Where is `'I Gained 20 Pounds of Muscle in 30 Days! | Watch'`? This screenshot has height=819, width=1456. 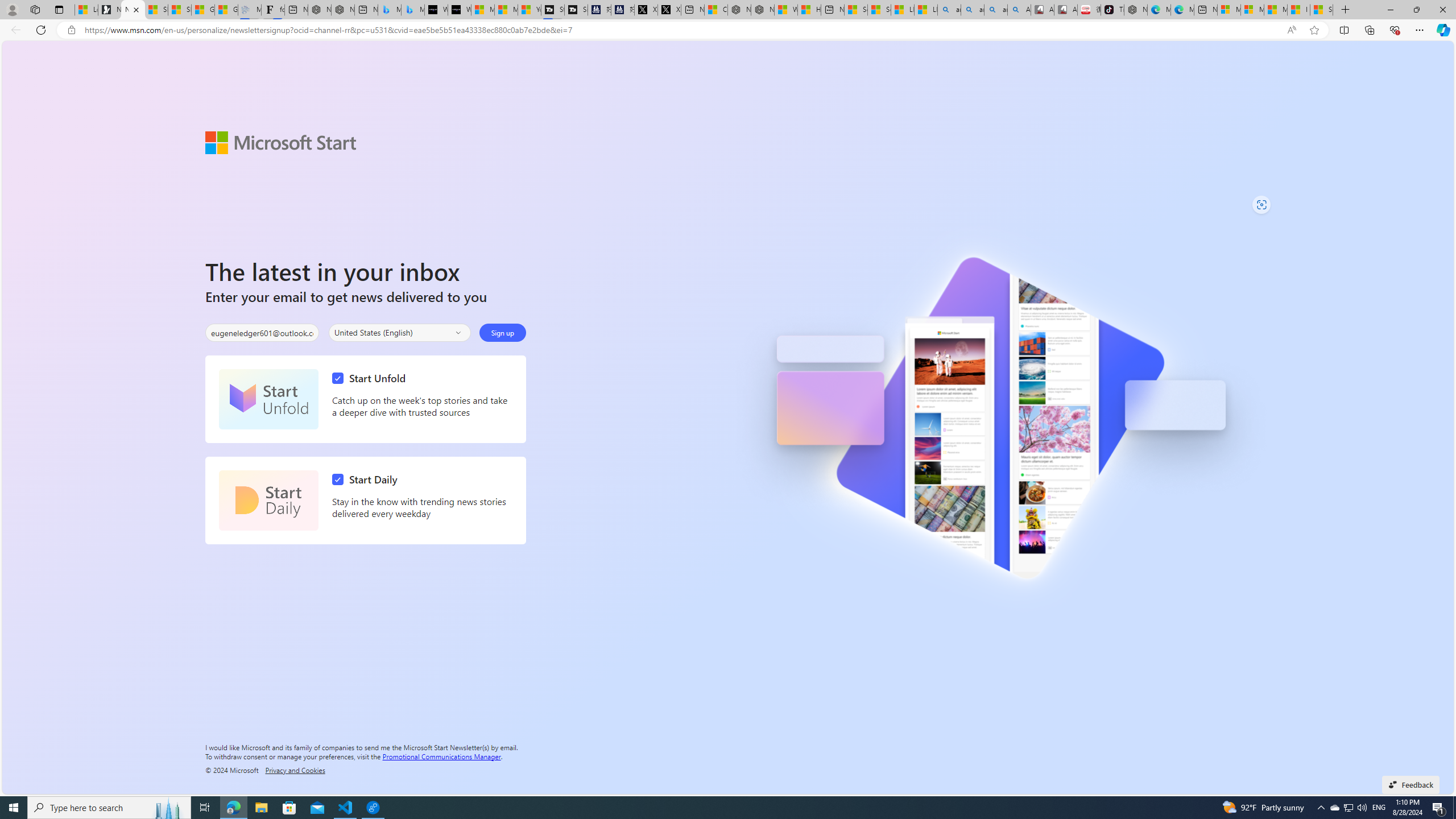 'I Gained 20 Pounds of Muscle in 30 Days! | Watch' is located at coordinates (1298, 9).